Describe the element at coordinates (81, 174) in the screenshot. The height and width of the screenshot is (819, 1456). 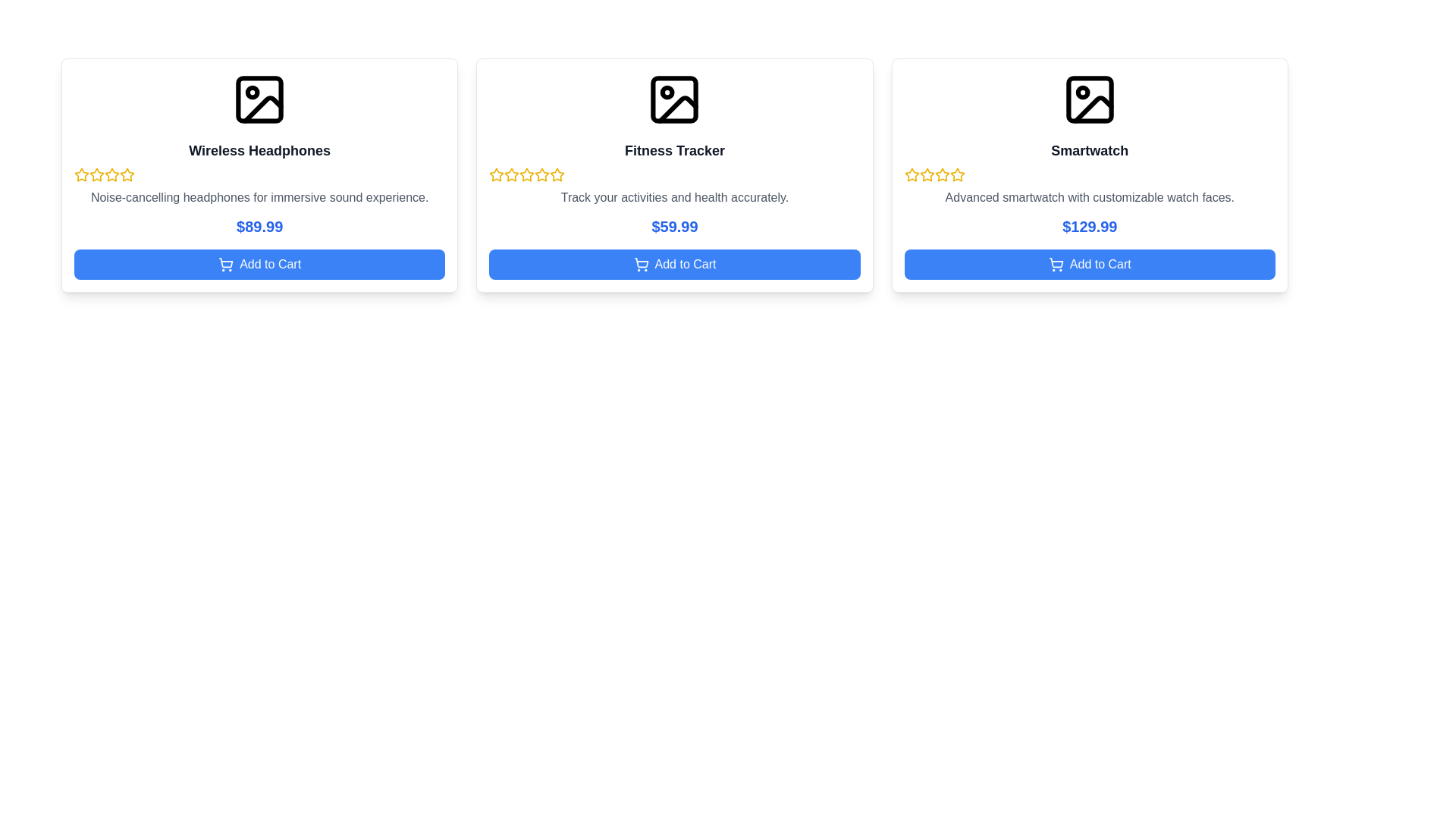
I see `the first rating star icon located at the top-left corner of the 'Wireless Headphones' card to rate it` at that location.